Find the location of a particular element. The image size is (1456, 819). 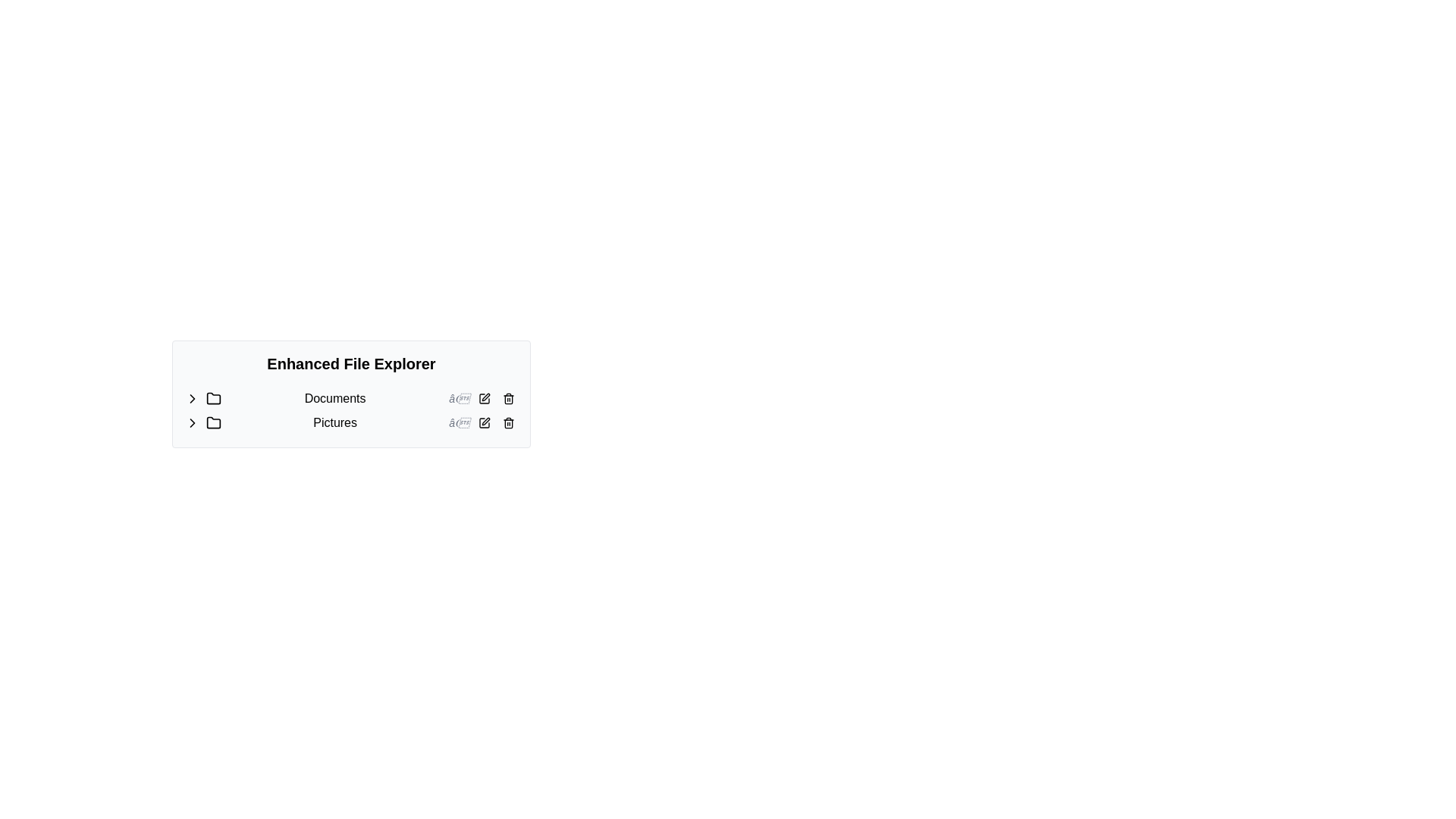

the delete button for the 'Pictures' directory, which is located at the far right side of its row in the file explorer interface is located at coordinates (509, 423).